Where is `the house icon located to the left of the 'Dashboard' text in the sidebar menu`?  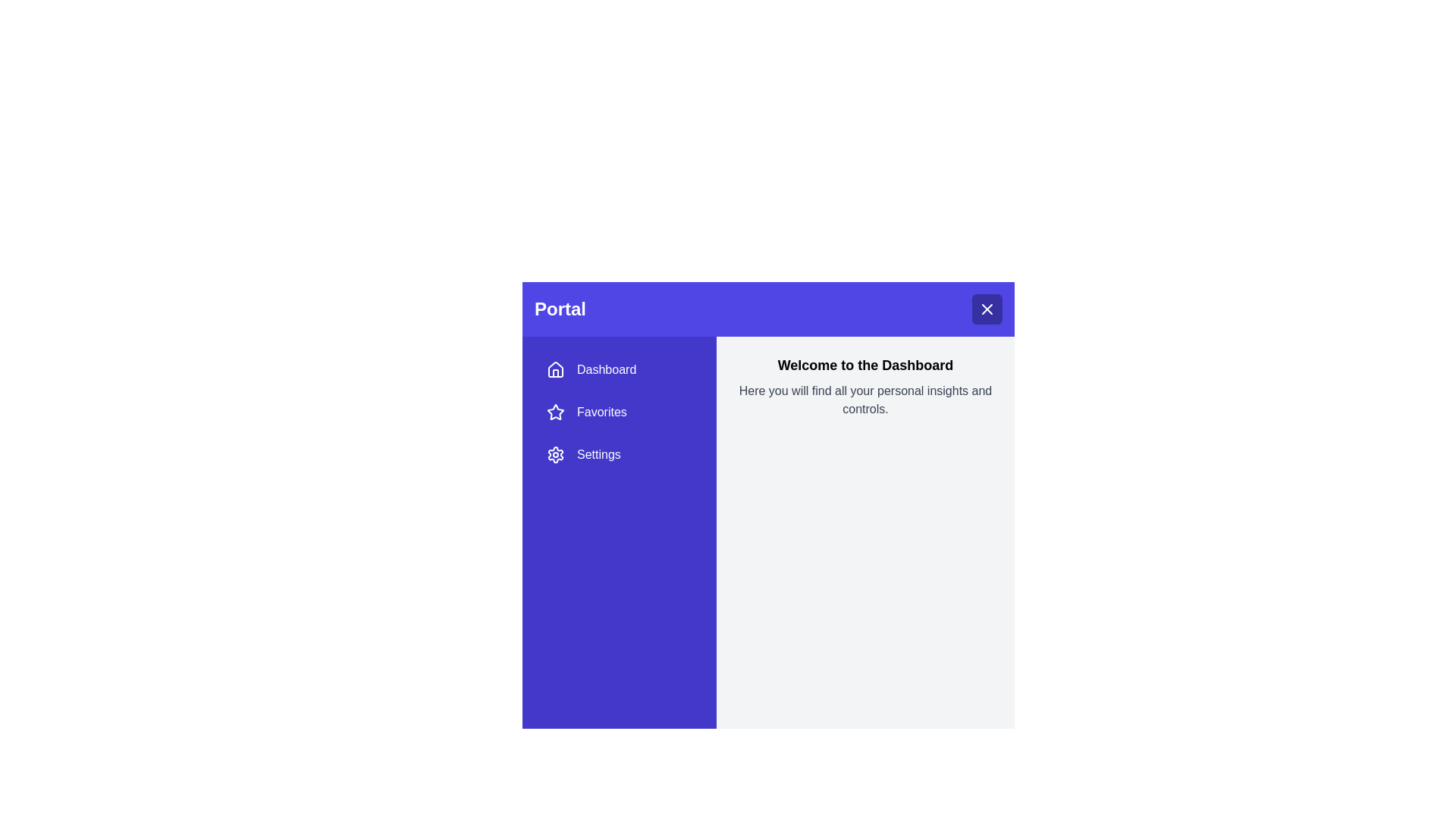 the house icon located to the left of the 'Dashboard' text in the sidebar menu is located at coordinates (555, 370).